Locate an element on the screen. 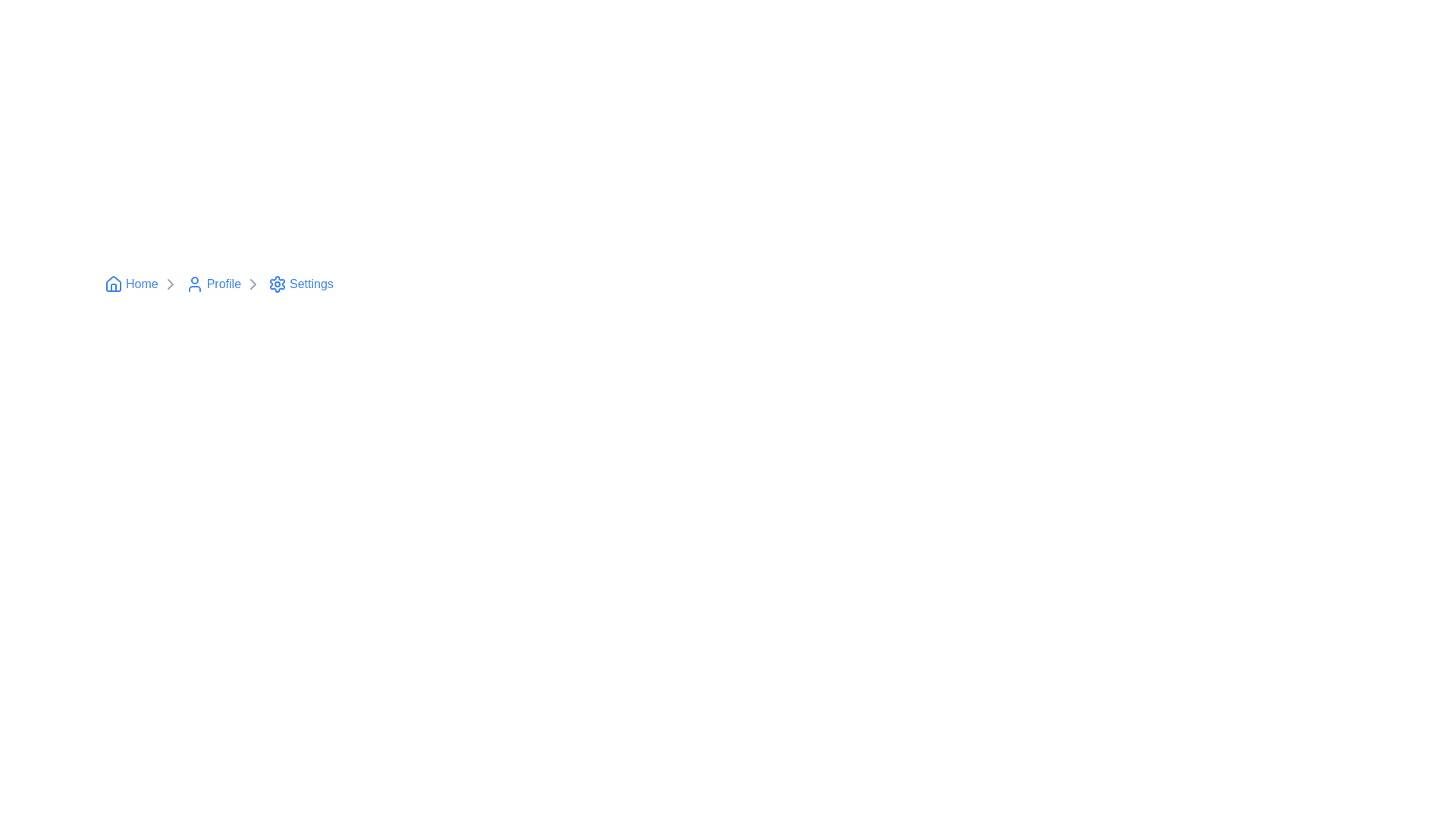 The image size is (1456, 819). the house-shaped icon in the breadcrumb navigation bar, which is filled with blue color and has a distinctive outline, located next to the 'Home' label is located at coordinates (112, 284).